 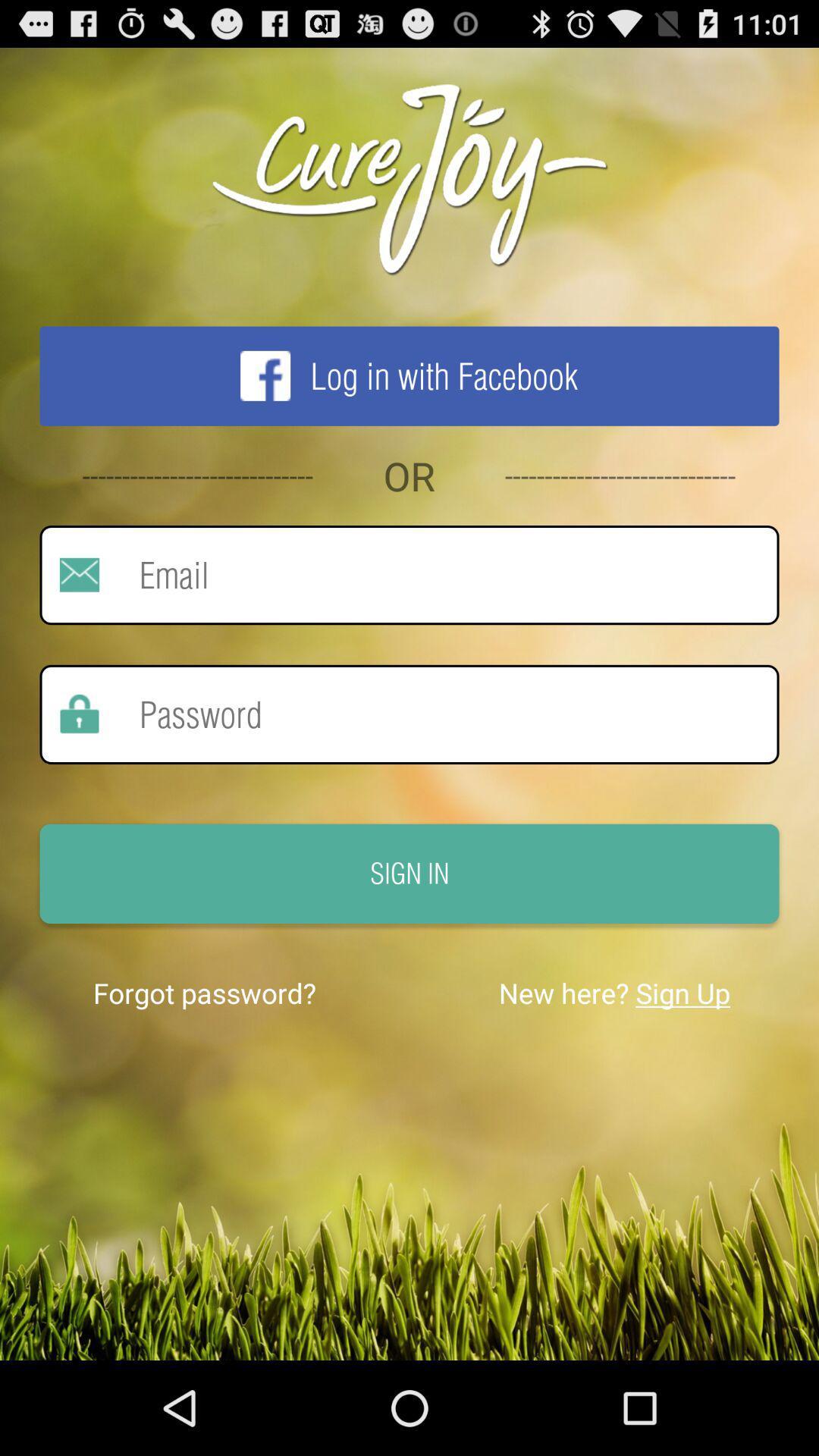 What do you see at coordinates (439, 714) in the screenshot?
I see `insert password` at bounding box center [439, 714].